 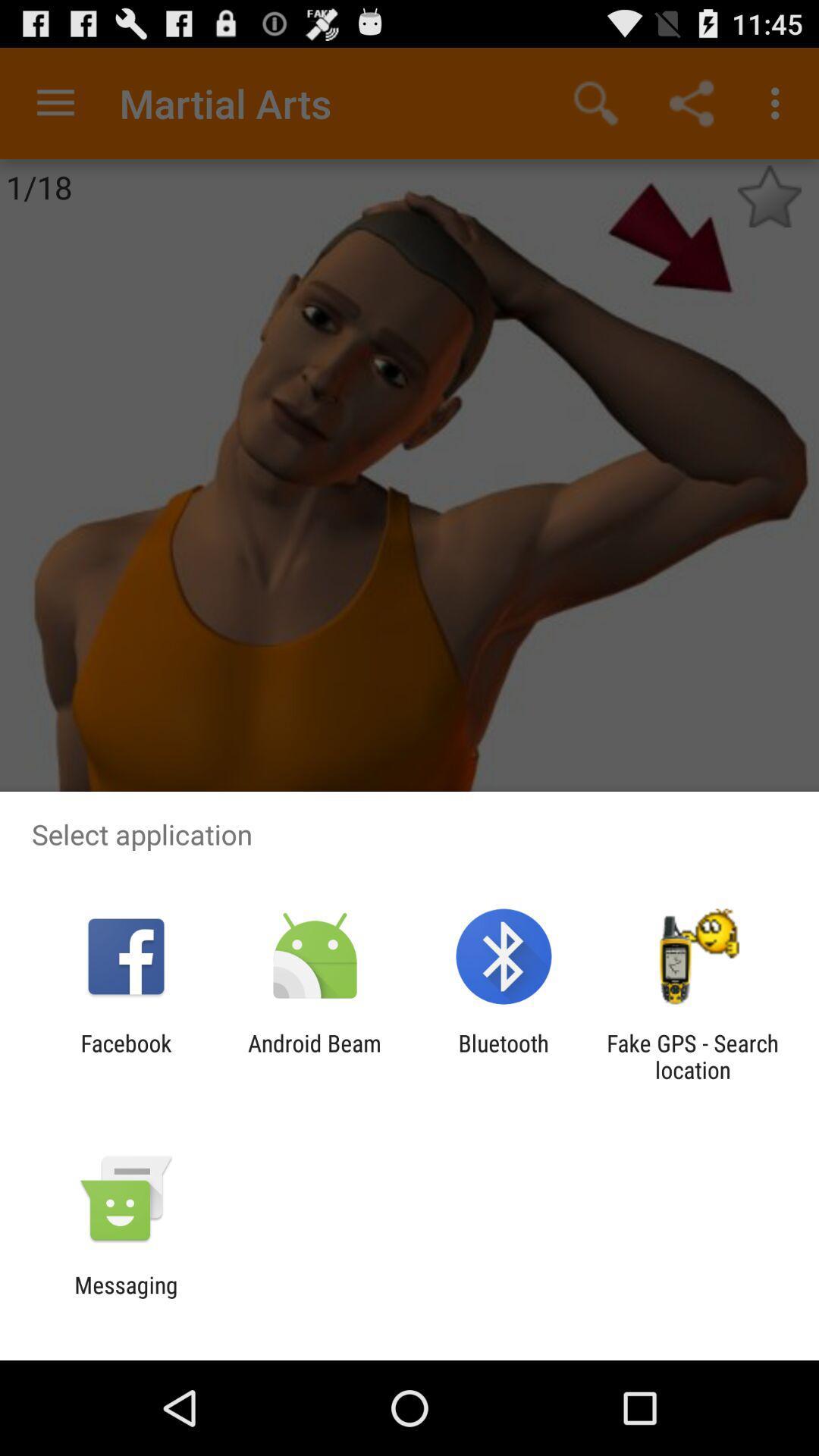 What do you see at coordinates (504, 1056) in the screenshot?
I see `item to the left of the fake gps search app` at bounding box center [504, 1056].